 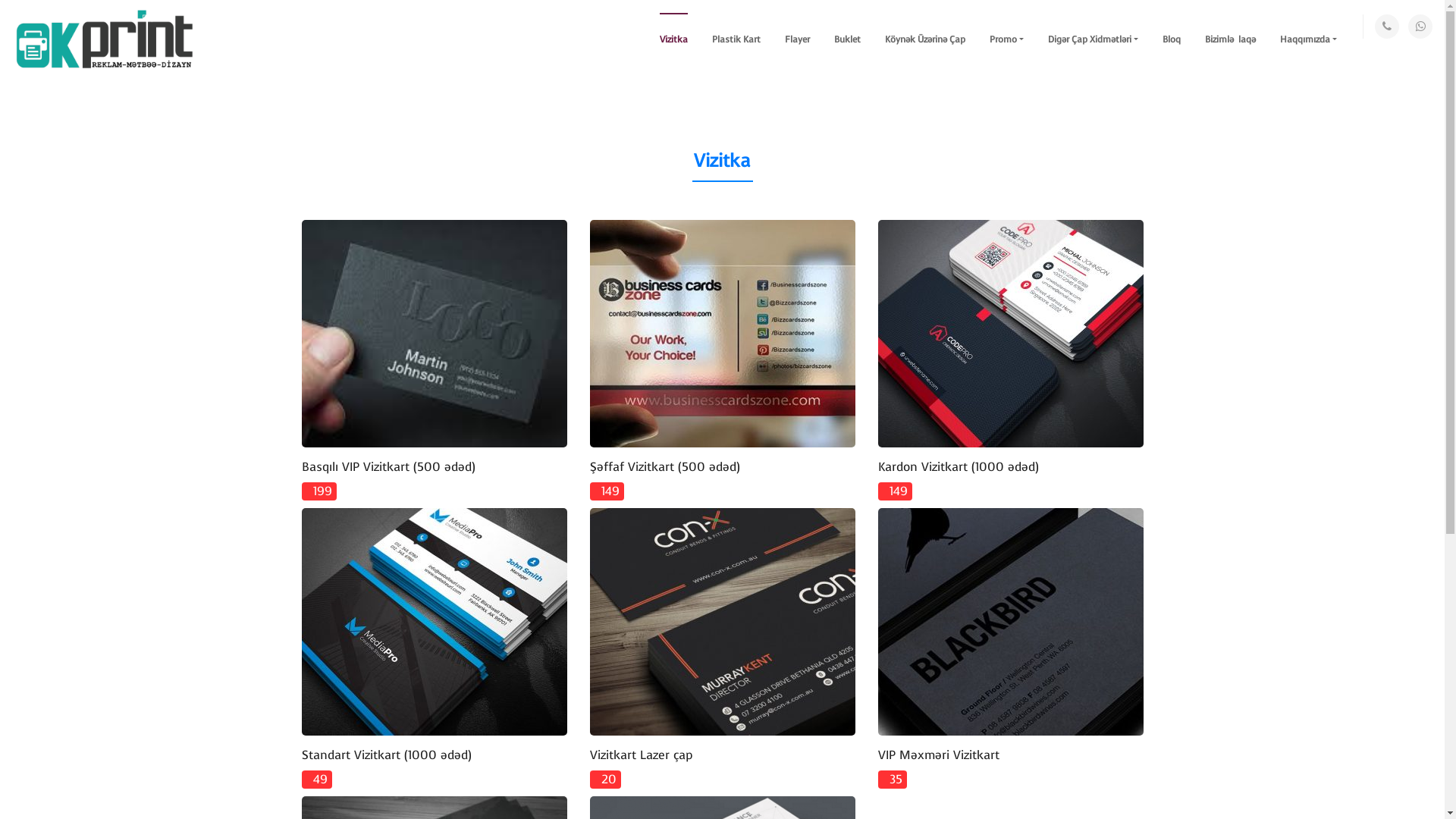 I want to click on 'Flayer', so click(x=785, y=38).